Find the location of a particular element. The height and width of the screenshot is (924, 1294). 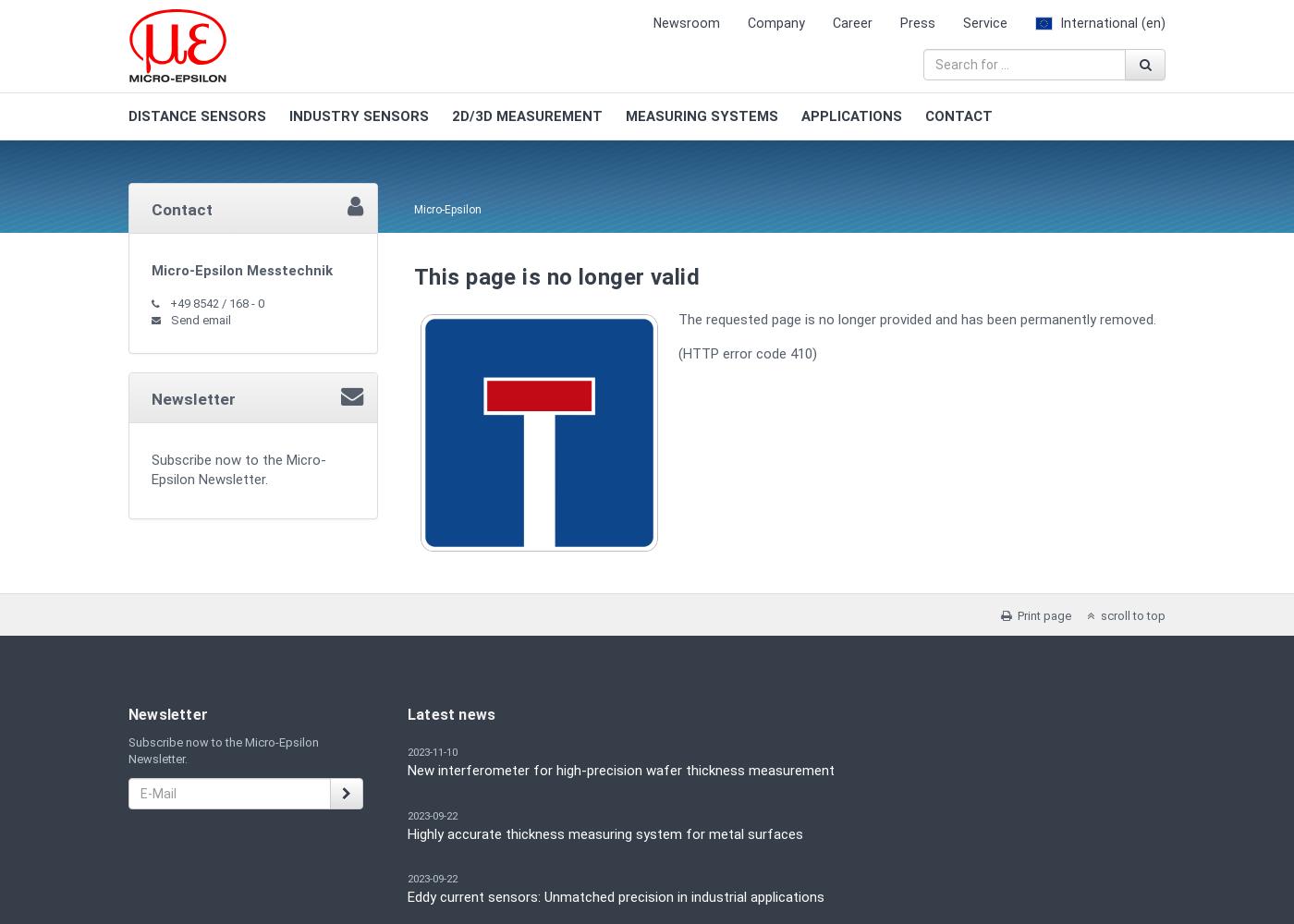

'INDUSTRY SENSORS' is located at coordinates (359, 116).